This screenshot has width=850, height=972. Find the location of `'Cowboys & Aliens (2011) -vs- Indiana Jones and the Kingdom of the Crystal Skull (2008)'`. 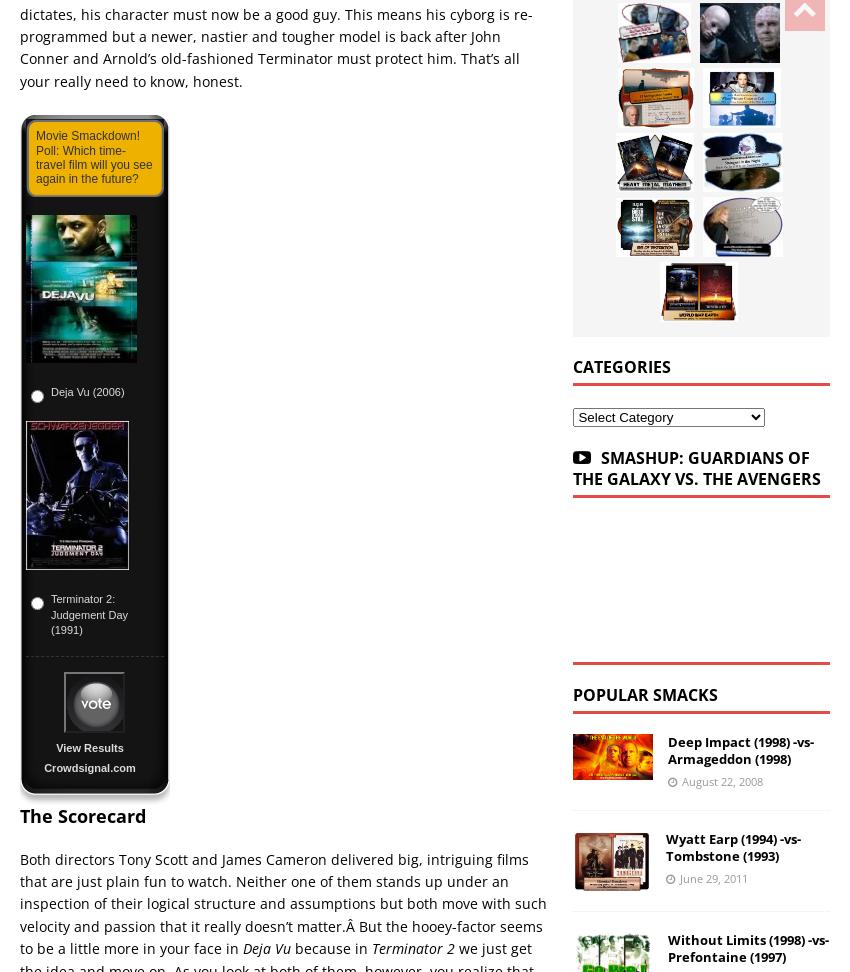

'Cowboys & Aliens (2011) -vs- Indiana Jones and the Kingdom of the Crystal Skull (2008)' is located at coordinates (159, 67).